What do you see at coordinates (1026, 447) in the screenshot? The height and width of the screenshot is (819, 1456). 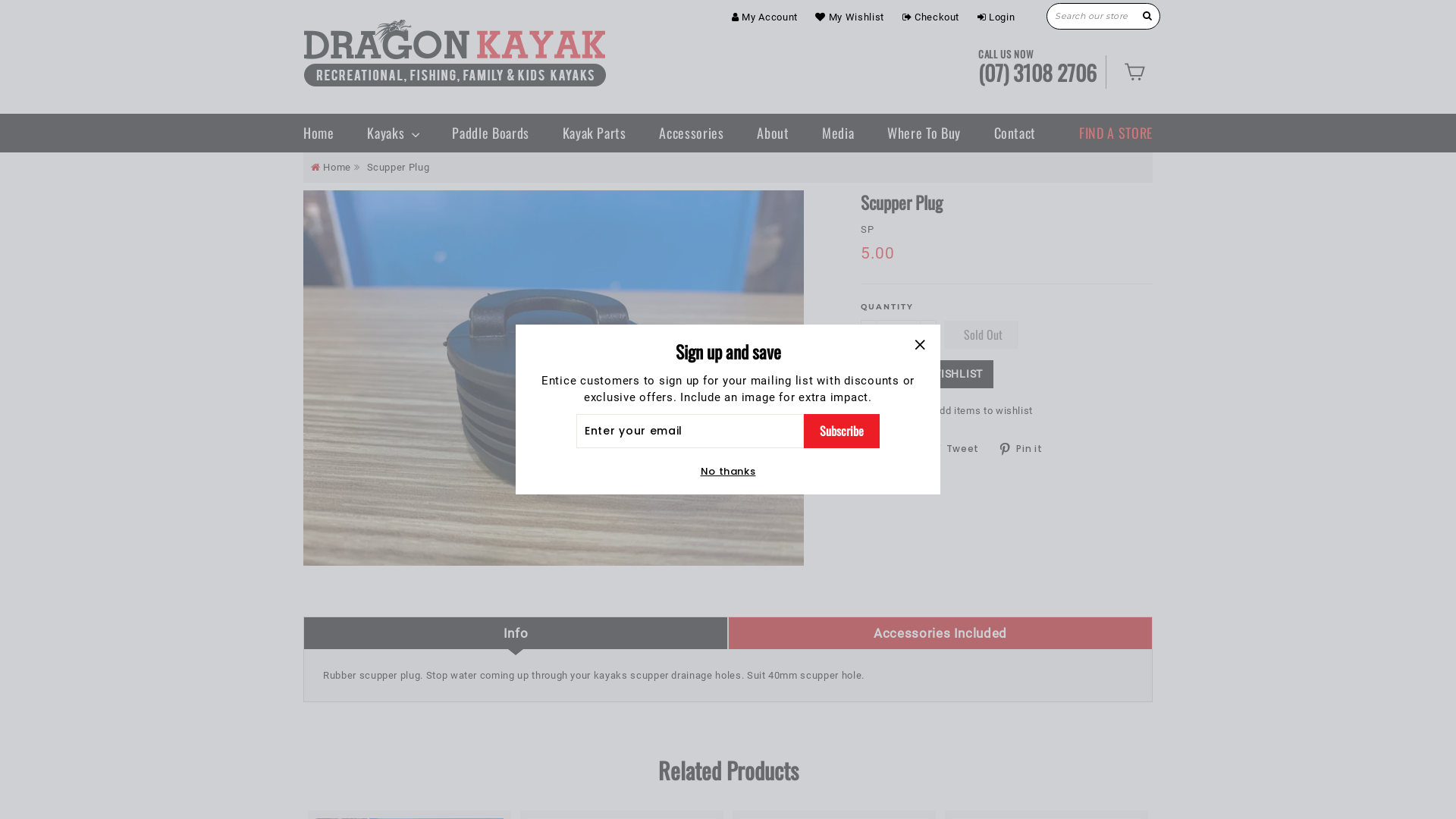 I see `'Pin it` at bounding box center [1026, 447].